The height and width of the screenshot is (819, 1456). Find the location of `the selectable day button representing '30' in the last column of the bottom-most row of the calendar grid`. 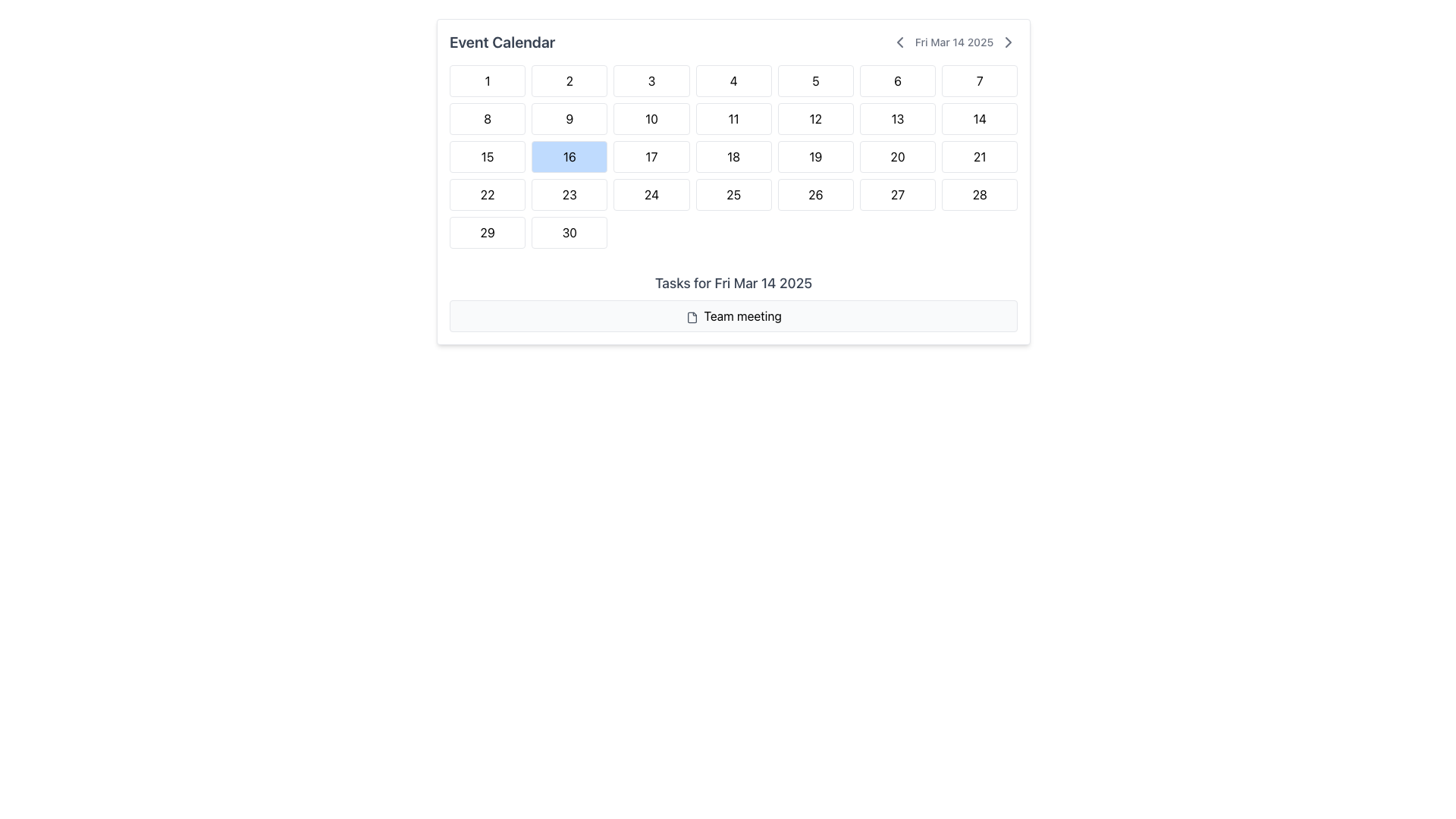

the selectable day button representing '30' in the last column of the bottom-most row of the calendar grid is located at coordinates (569, 233).